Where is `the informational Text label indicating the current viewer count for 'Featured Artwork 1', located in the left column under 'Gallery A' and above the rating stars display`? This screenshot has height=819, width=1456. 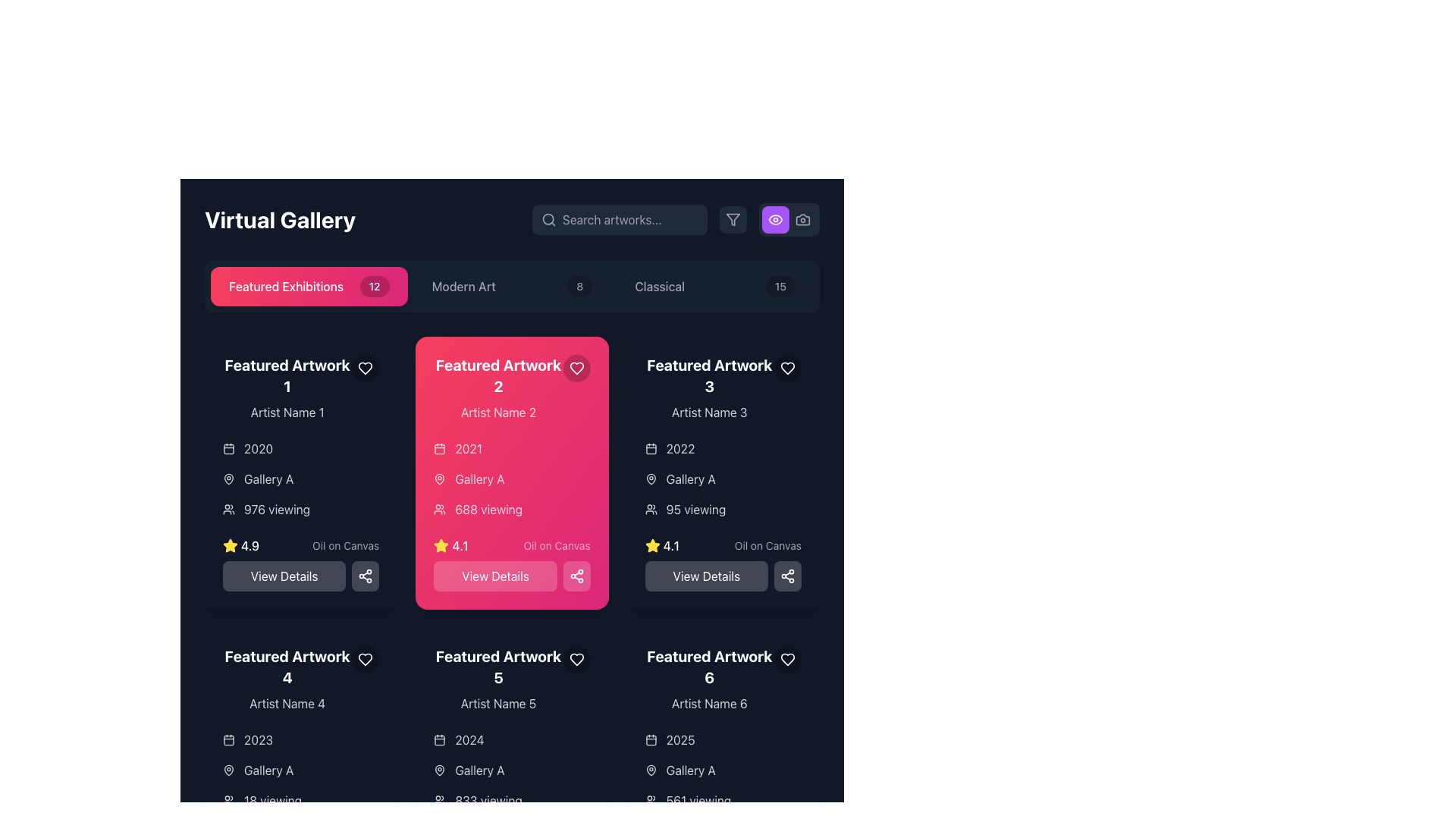
the informational Text label indicating the current viewer count for 'Featured Artwork 1', located in the left column under 'Gallery A' and above the rating stars display is located at coordinates (301, 509).